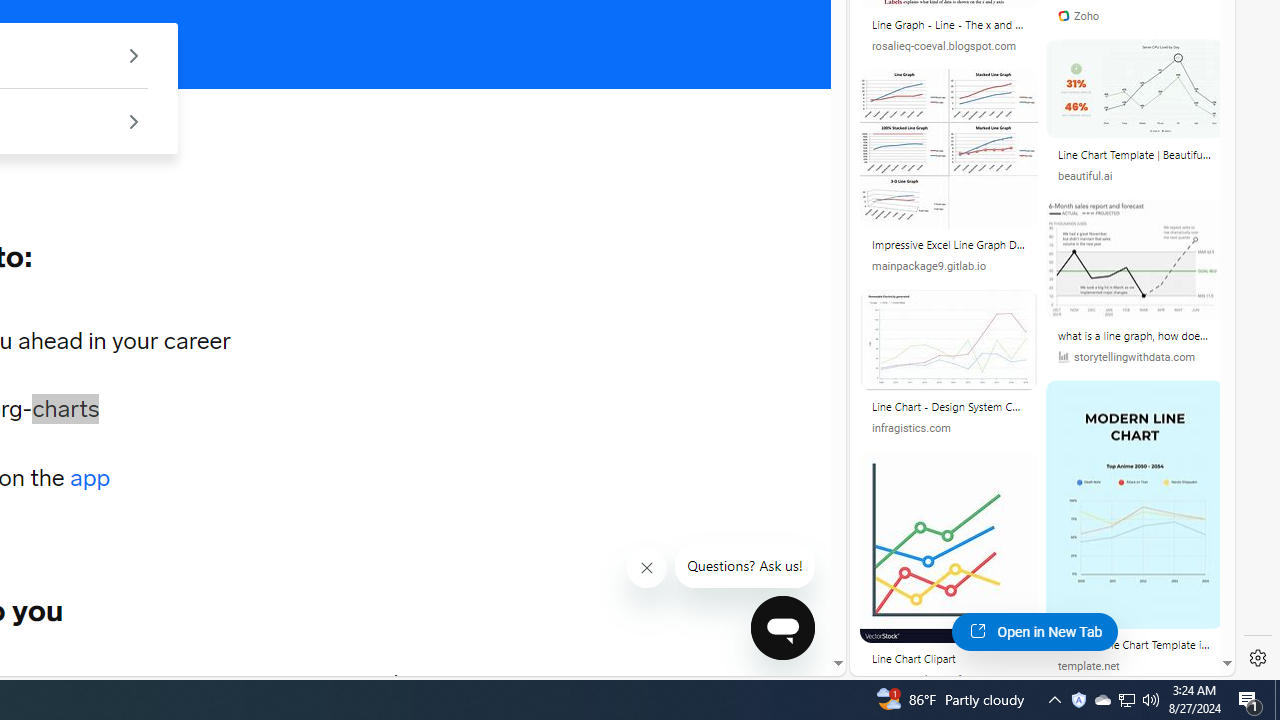 This screenshot has width=1280, height=720. What do you see at coordinates (1134, 503) in the screenshot?
I see `'Image result for Line Chart'` at bounding box center [1134, 503].